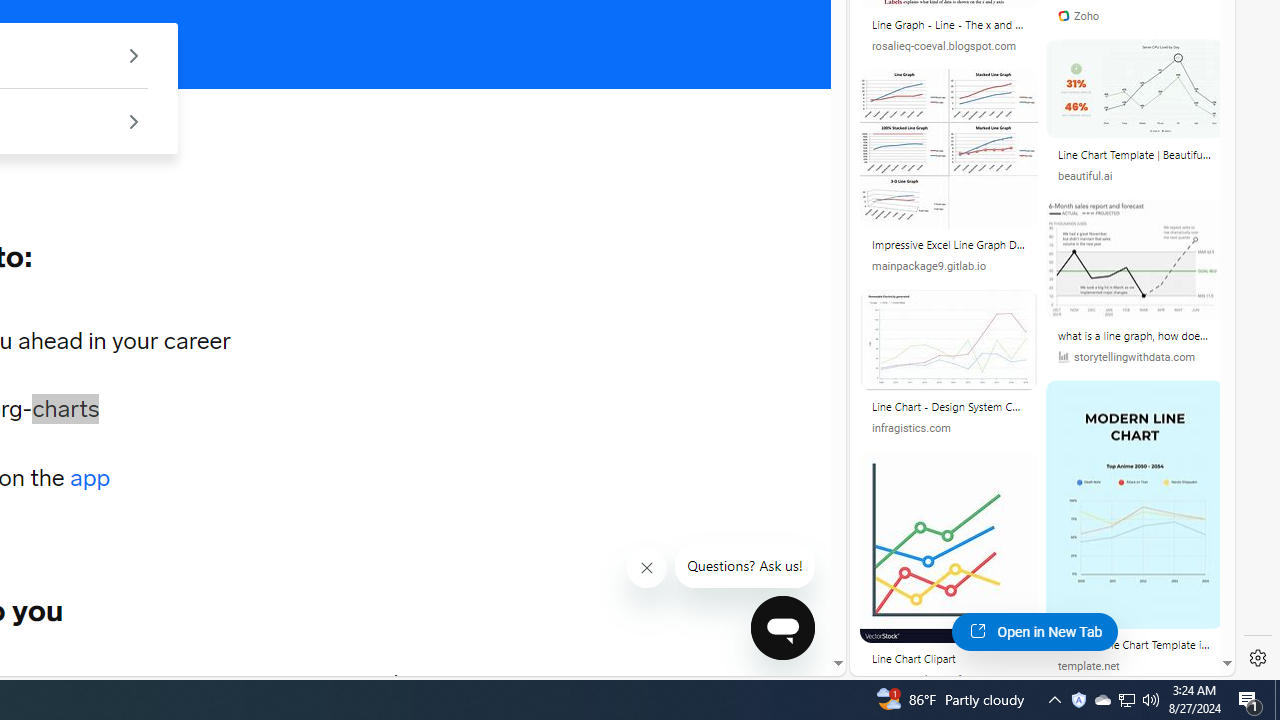 This screenshot has width=1280, height=720. What do you see at coordinates (1134, 503) in the screenshot?
I see `'Image result for Line Chart'` at bounding box center [1134, 503].